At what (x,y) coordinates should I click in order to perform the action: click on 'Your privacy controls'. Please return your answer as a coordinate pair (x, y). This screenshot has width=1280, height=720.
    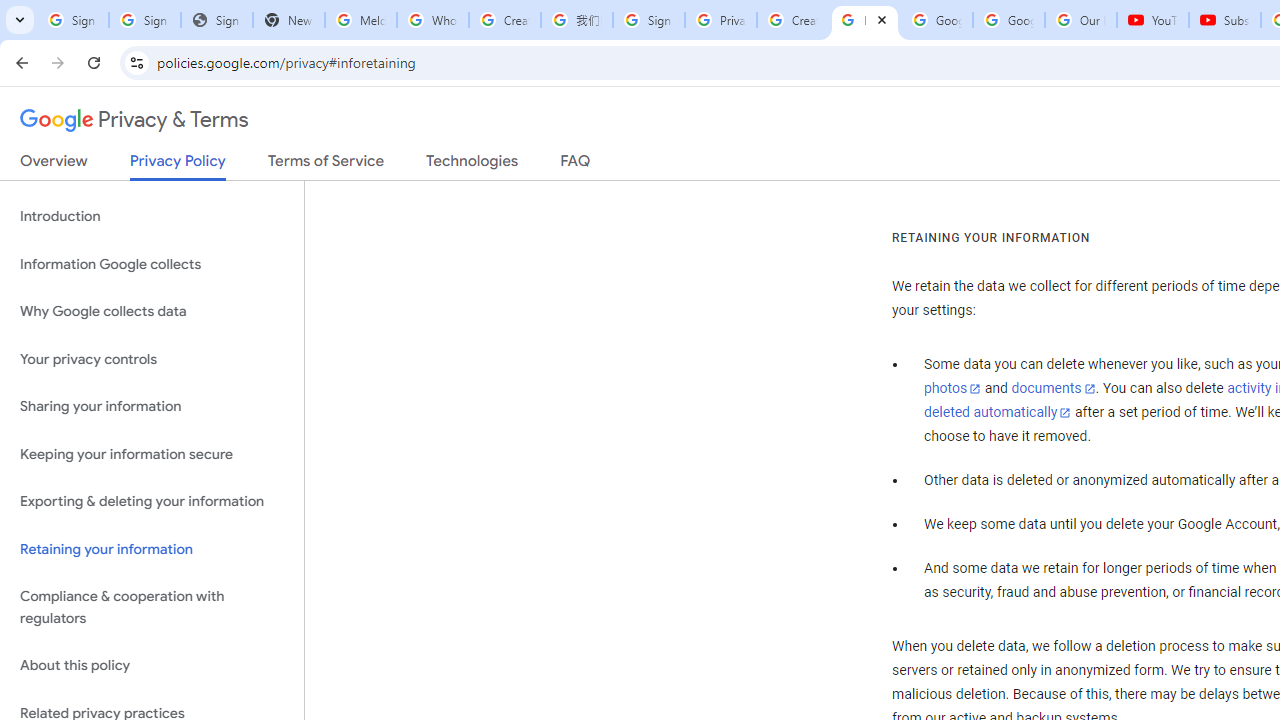
    Looking at the image, I should click on (151, 358).